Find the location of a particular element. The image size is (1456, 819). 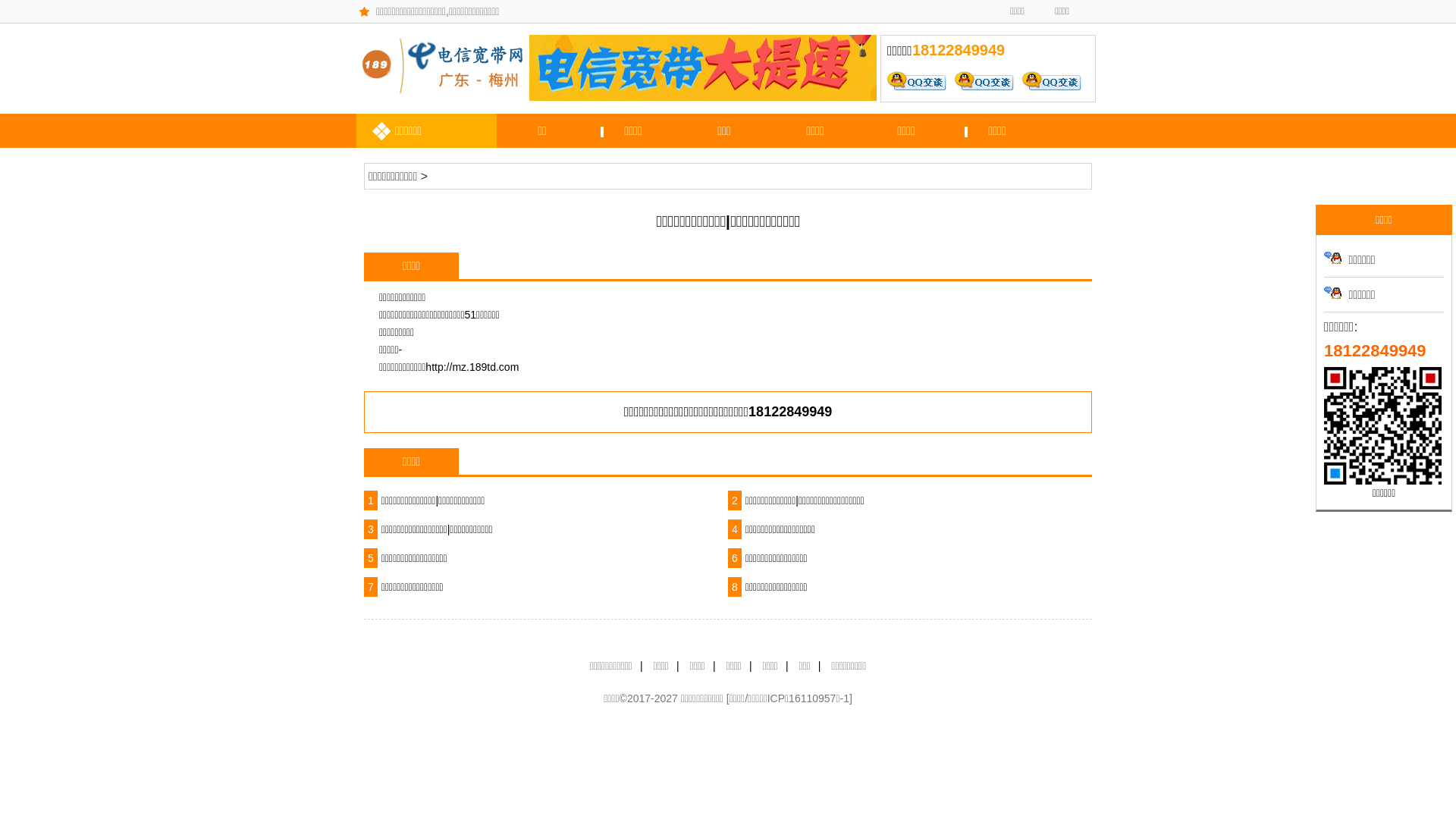

'http://mz.189td.com' is located at coordinates (471, 366).